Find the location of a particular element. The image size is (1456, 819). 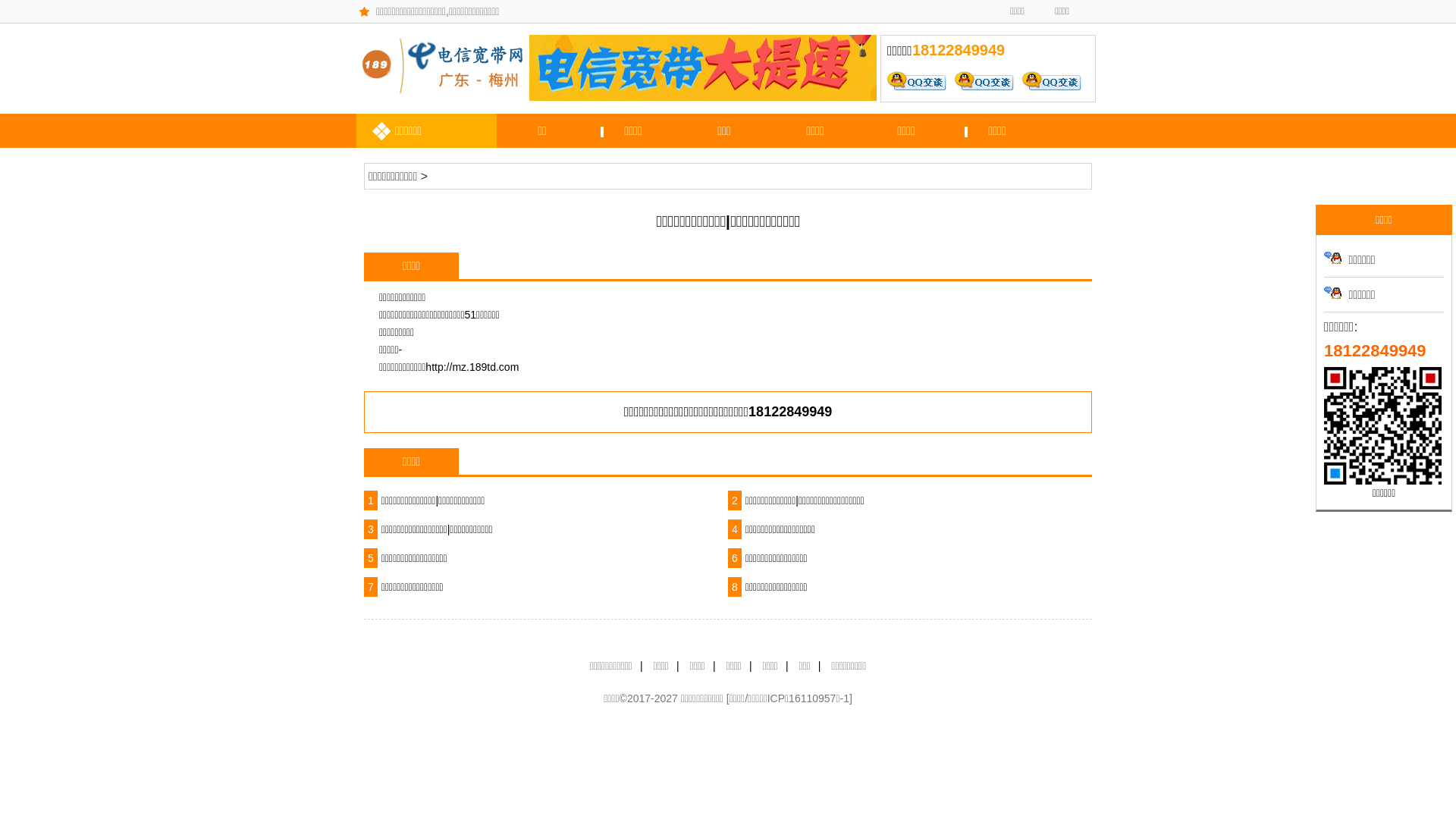

'http://mz.189td.com' is located at coordinates (471, 366).